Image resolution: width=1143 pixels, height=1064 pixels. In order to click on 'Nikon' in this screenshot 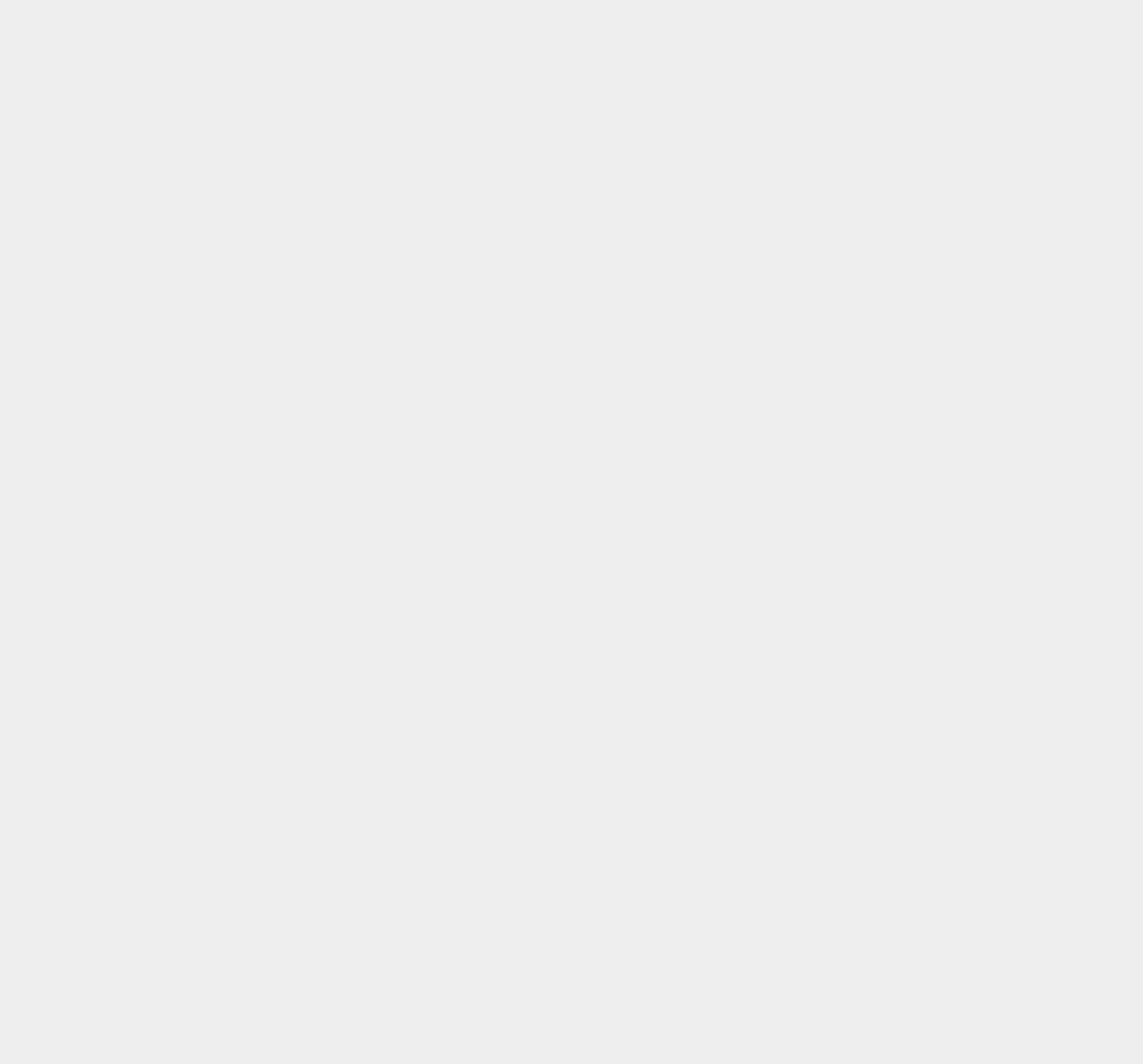, I will do `click(807, 35)`.